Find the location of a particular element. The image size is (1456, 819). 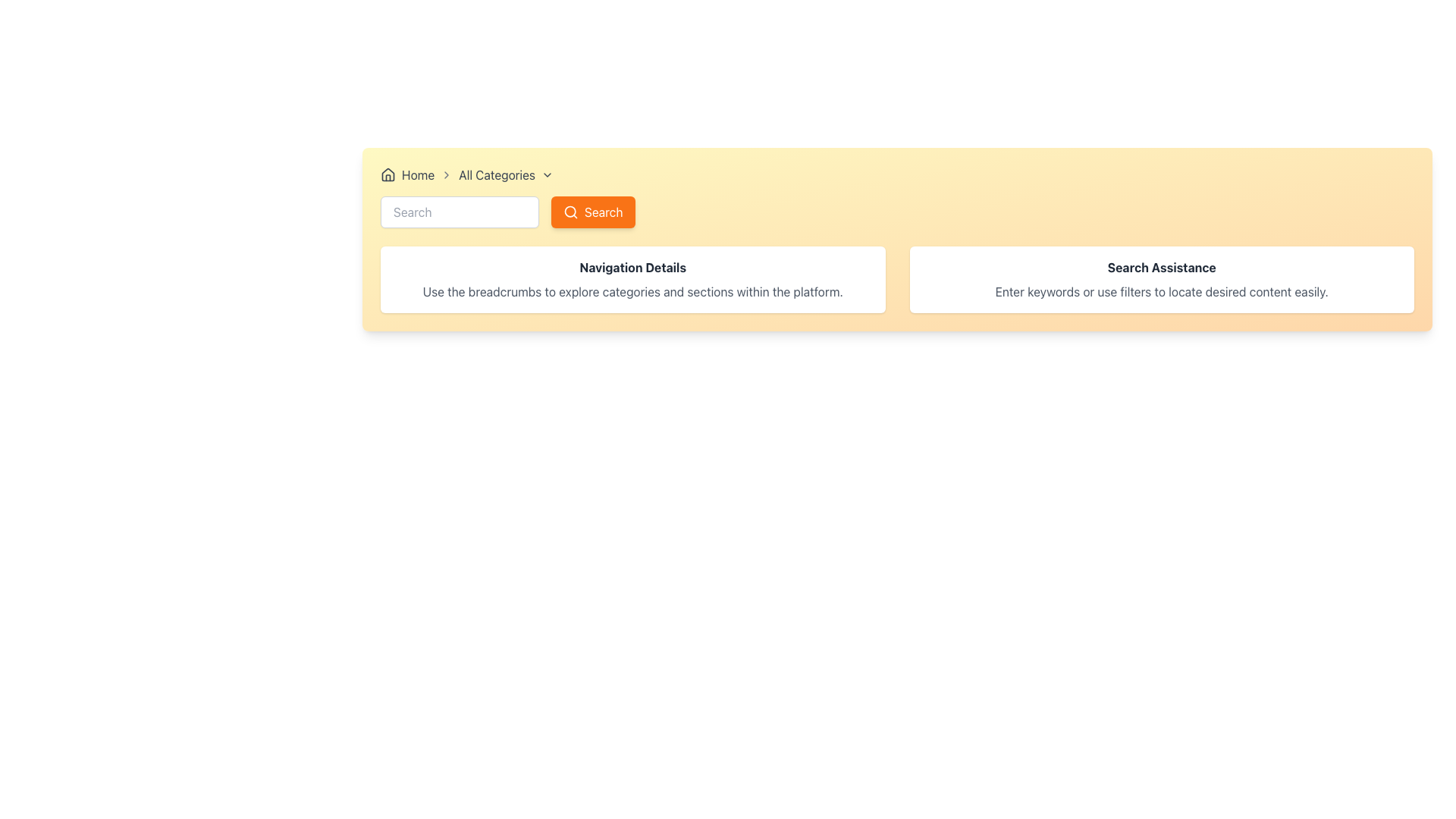

the Breadcrumb navigation section, which includes 'Home' and 'All Categories' labels is located at coordinates (466, 174).